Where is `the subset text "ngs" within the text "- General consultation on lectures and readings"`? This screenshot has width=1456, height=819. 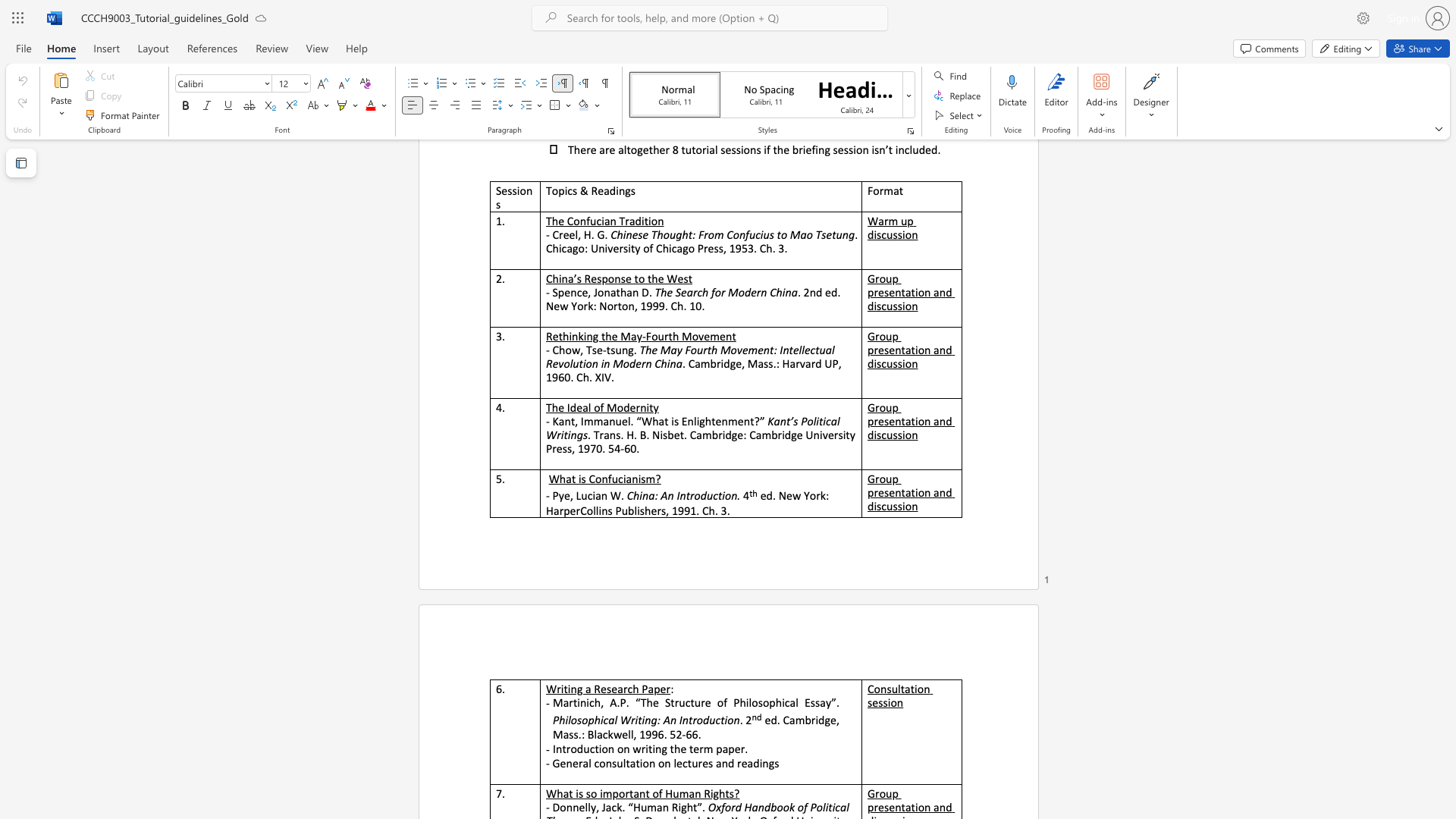
the subset text "ngs" within the text "- General consultation on lectures and readings" is located at coordinates (762, 763).